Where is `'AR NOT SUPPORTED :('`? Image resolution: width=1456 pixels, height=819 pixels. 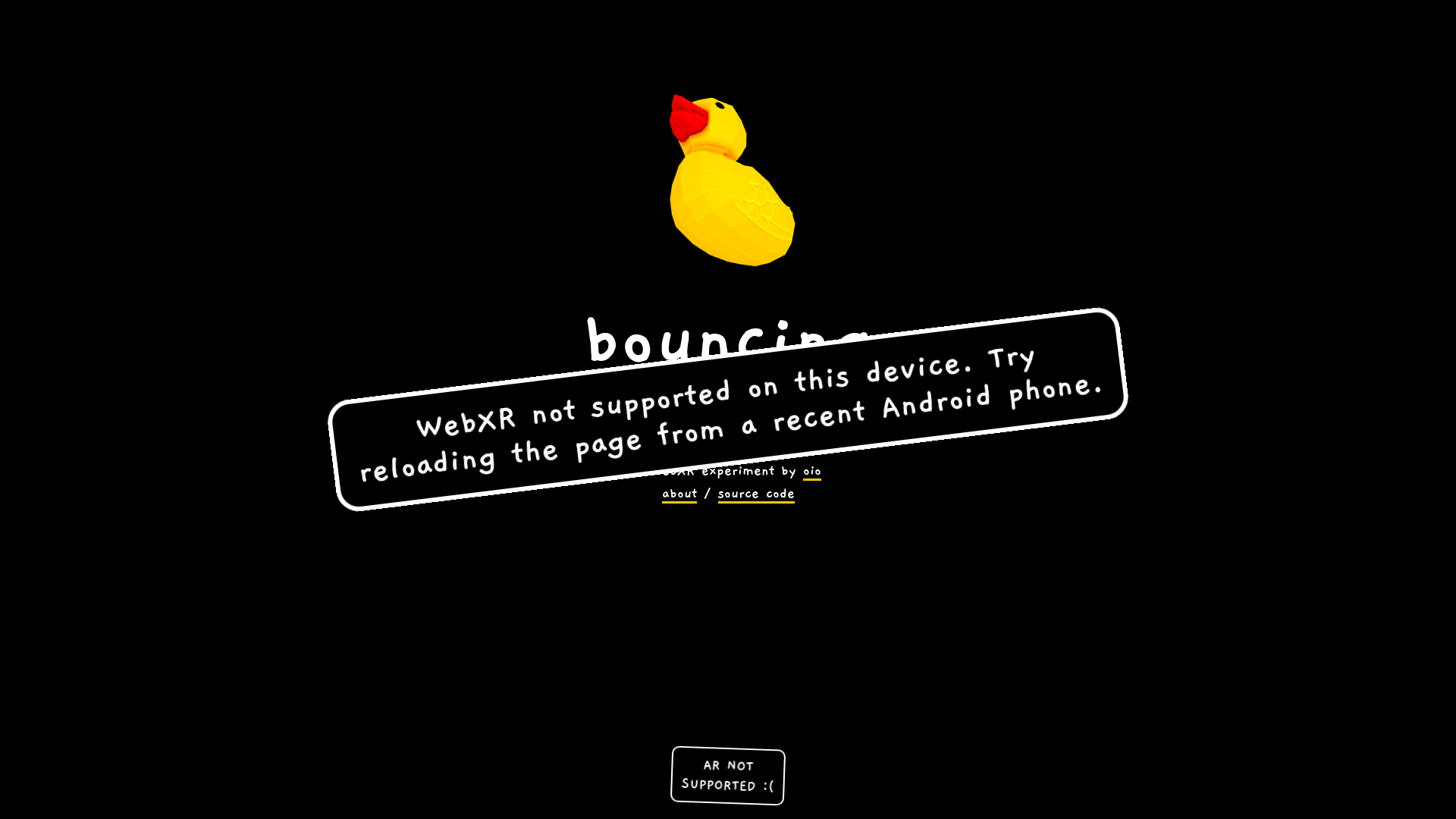 'AR NOT SUPPORTED :(' is located at coordinates (669, 773).